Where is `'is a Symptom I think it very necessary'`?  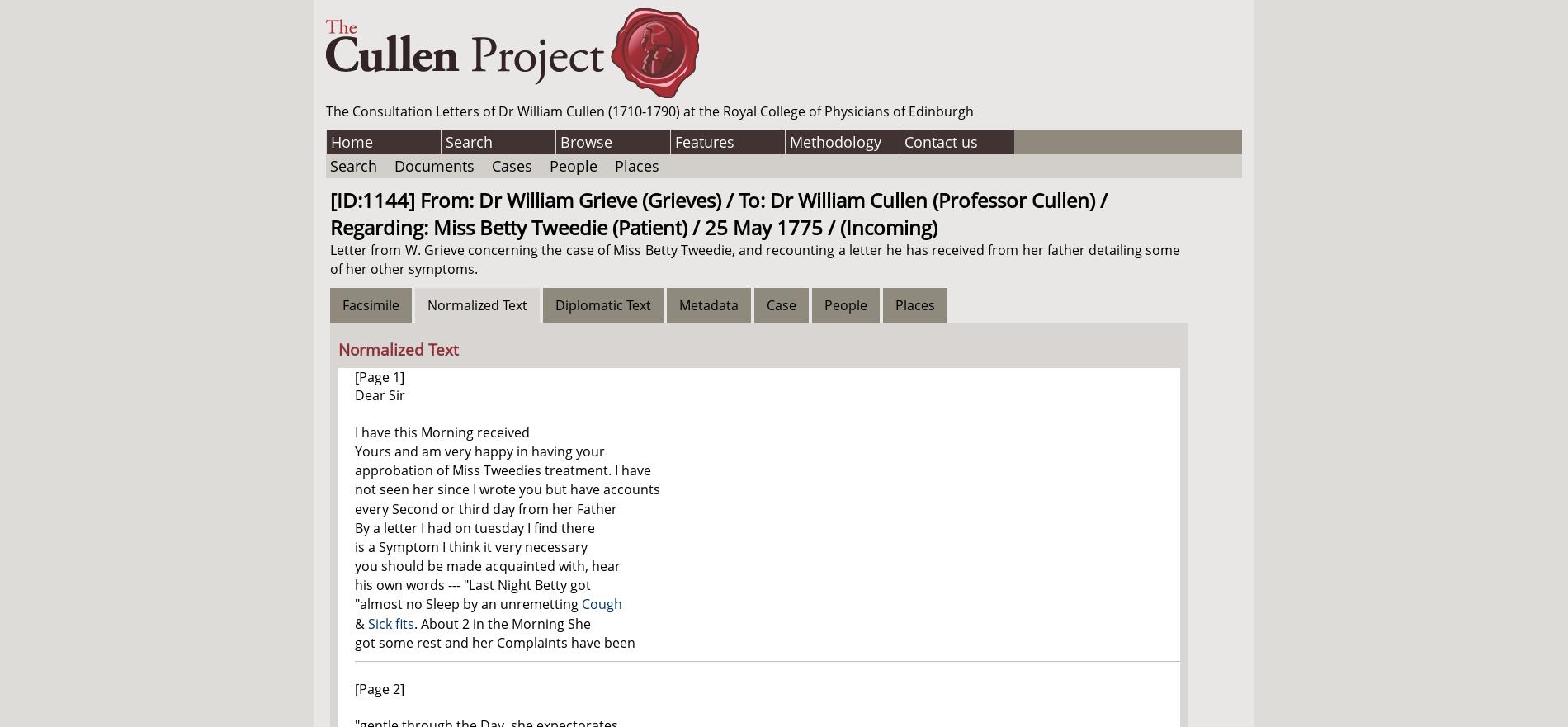 'is a Symptom I think it very necessary' is located at coordinates (470, 545).